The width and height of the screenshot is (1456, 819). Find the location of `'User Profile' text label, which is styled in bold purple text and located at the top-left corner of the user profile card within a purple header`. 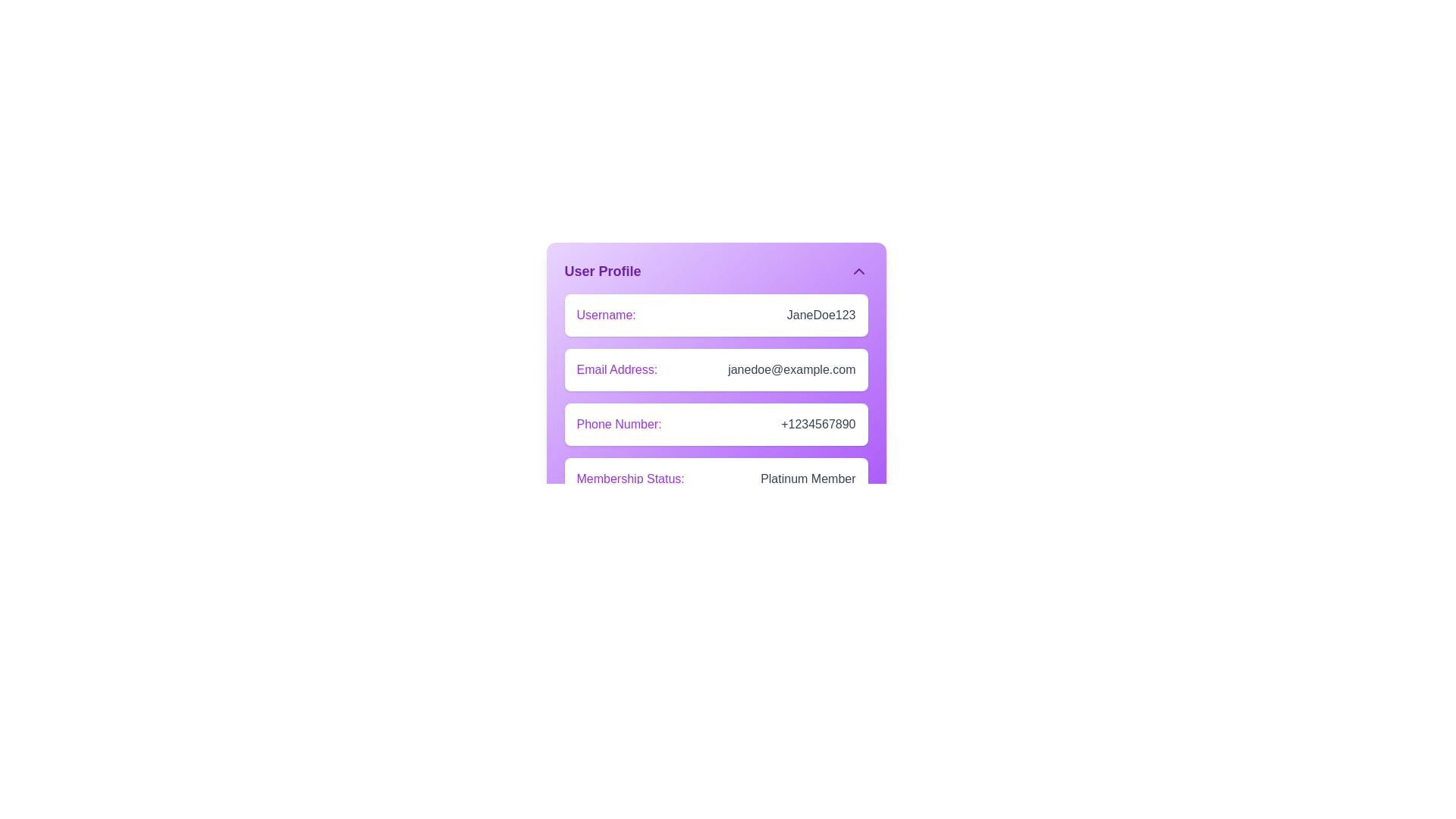

'User Profile' text label, which is styled in bold purple text and located at the top-left corner of the user profile card within a purple header is located at coordinates (602, 271).